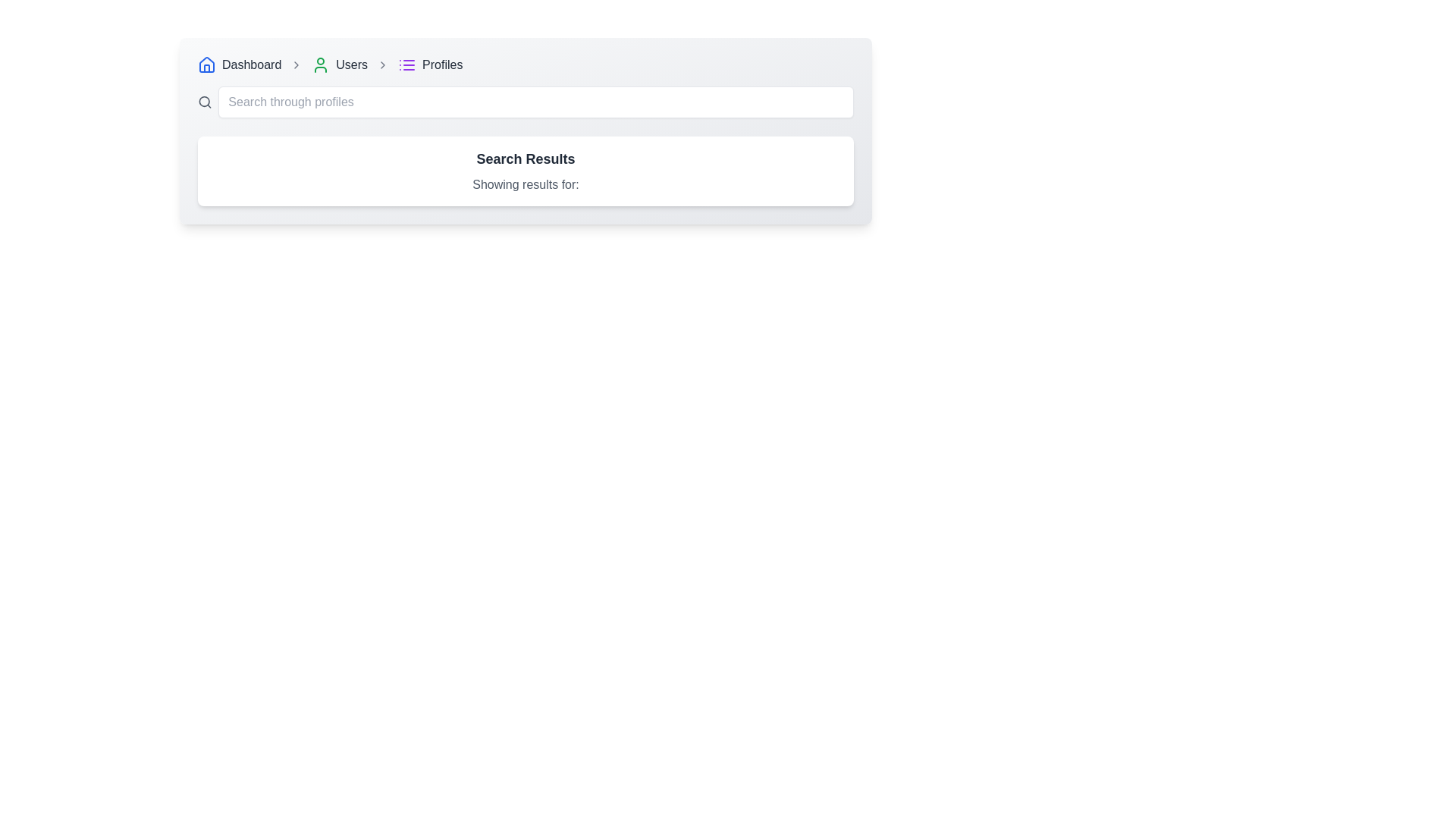 This screenshot has height=819, width=1456. Describe the element at coordinates (239, 64) in the screenshot. I see `the Breadcrumb navigation link that serves as a navigational link to the 'Dashboard' section, located at the left end of the breadcrumb trail navigation bar` at that location.